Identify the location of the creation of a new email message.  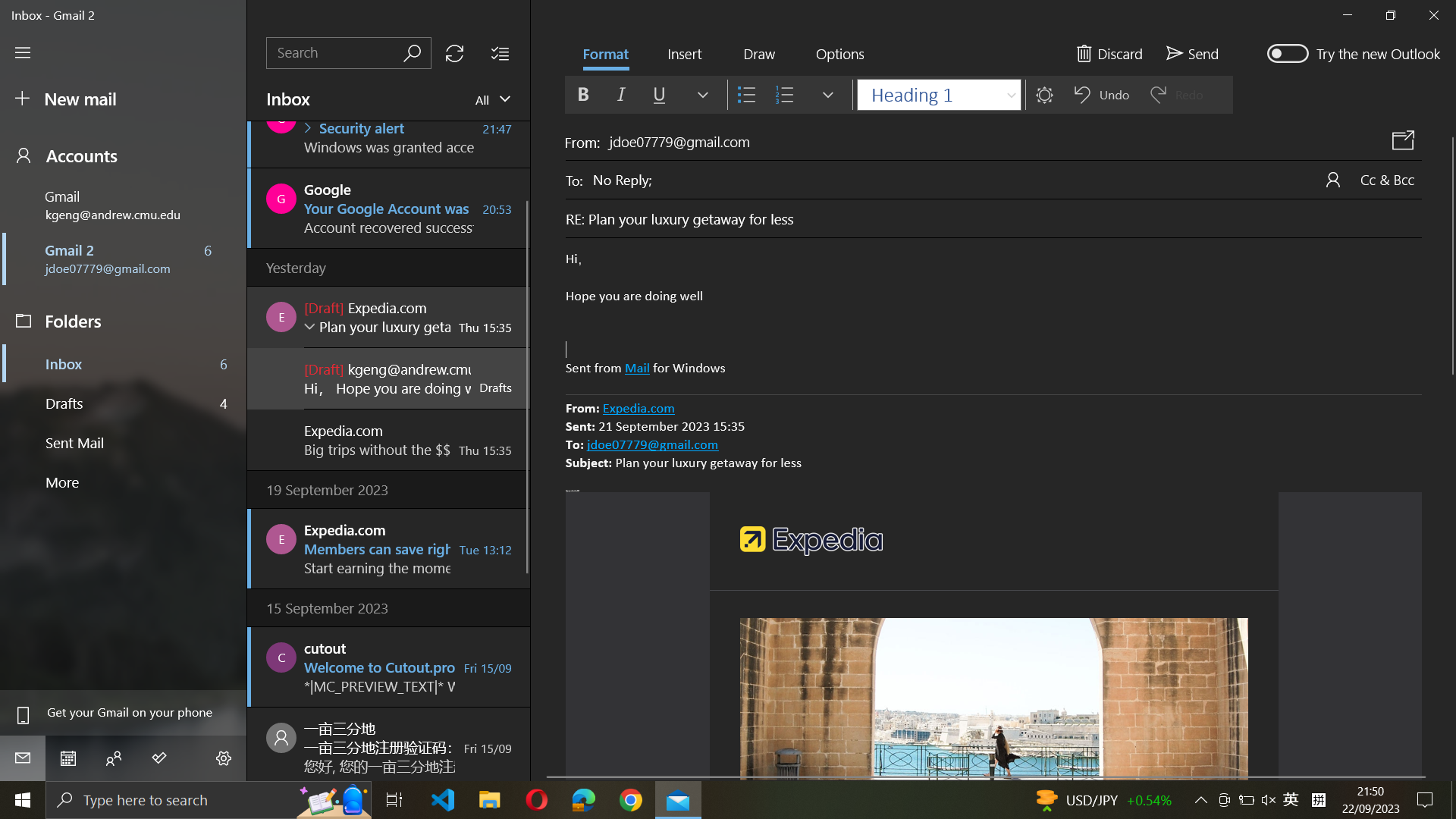
(121, 99).